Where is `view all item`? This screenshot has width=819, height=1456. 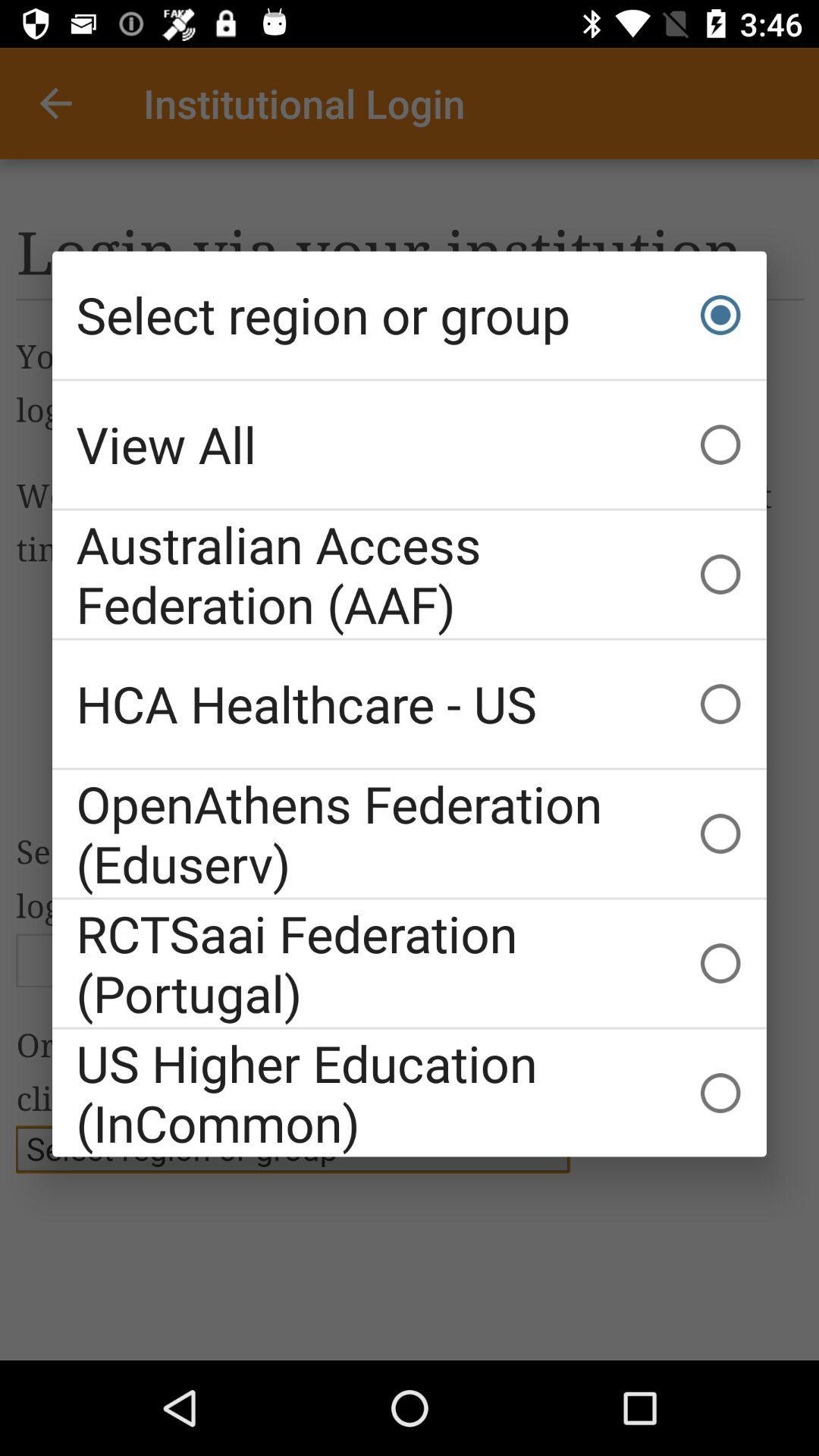
view all item is located at coordinates (409, 444).